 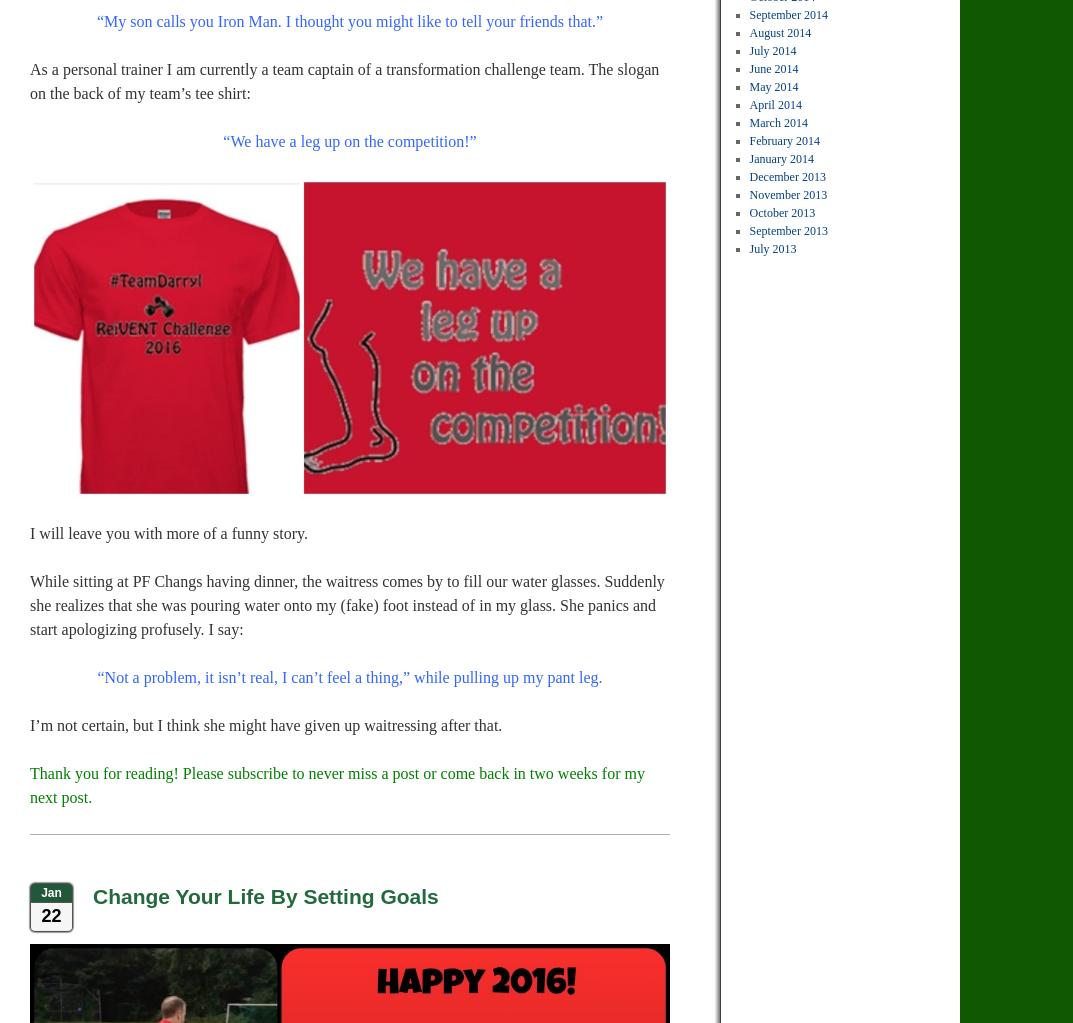 What do you see at coordinates (167, 532) in the screenshot?
I see `'I will leave you with more of a funny story.'` at bounding box center [167, 532].